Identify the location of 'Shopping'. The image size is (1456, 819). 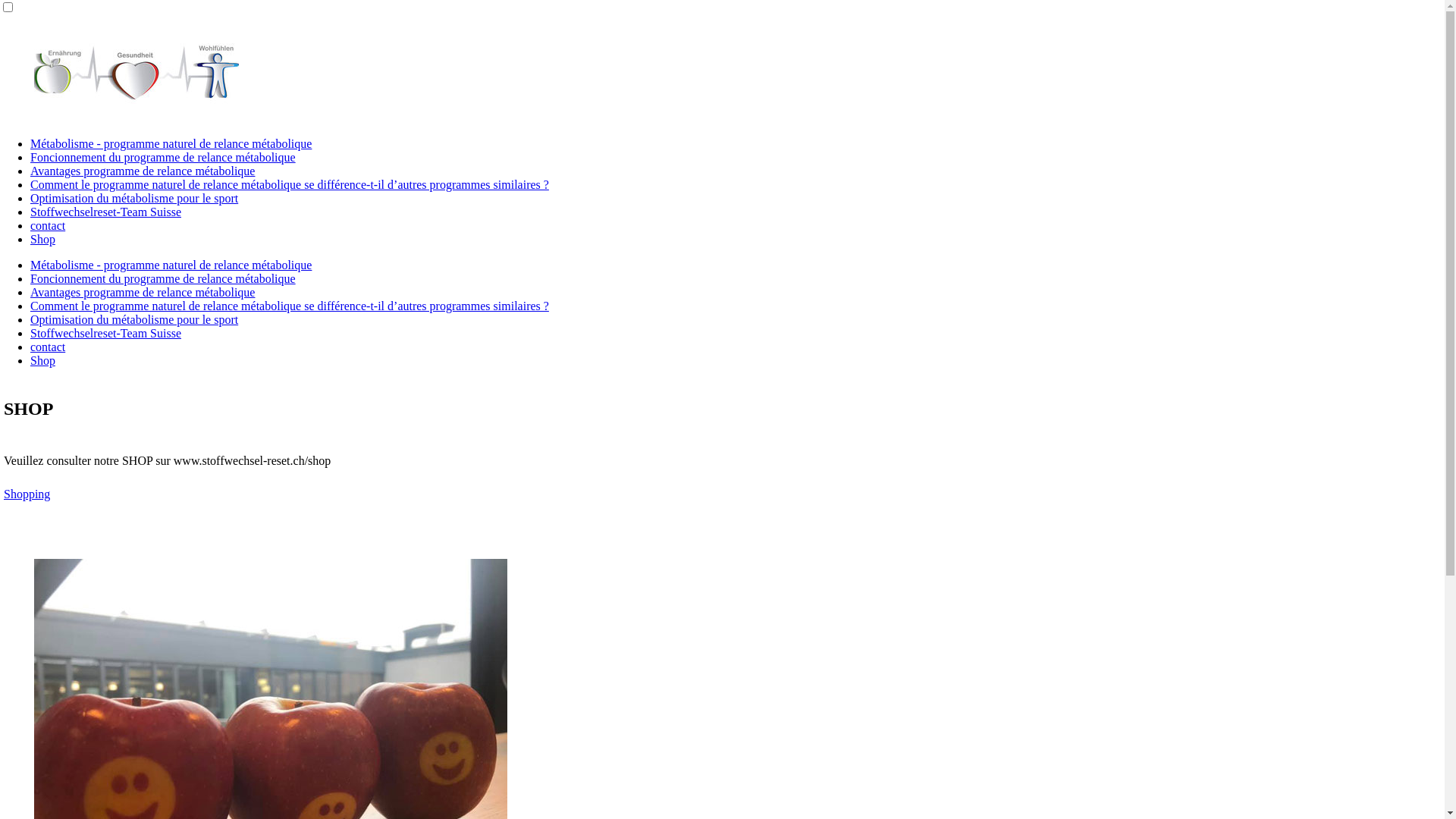
(27, 494).